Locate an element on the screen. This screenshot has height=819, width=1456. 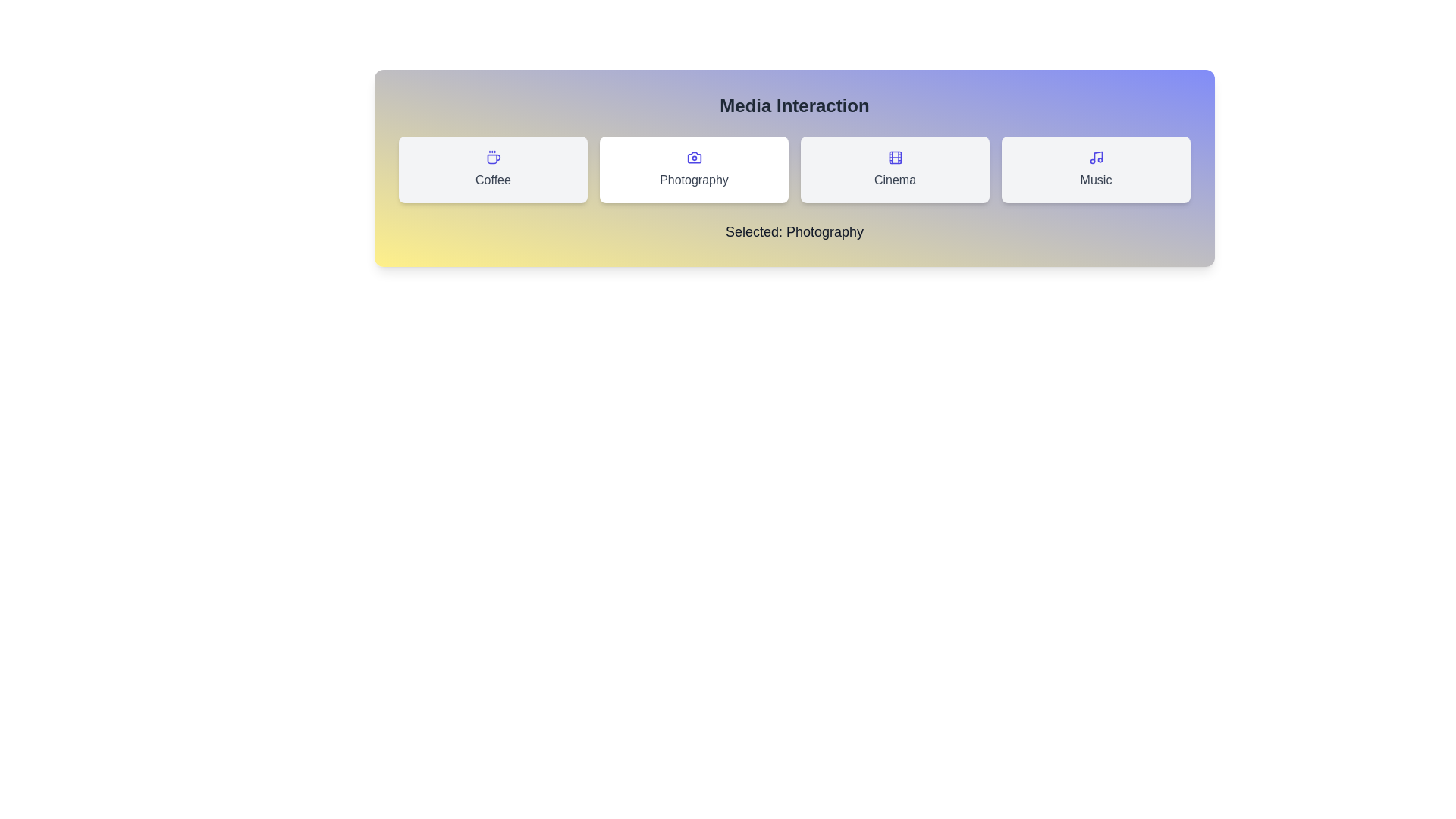
the text label that reads 'Coffee', which is styled with medium font weight and gray color, located under a coffee cup icon within a card is located at coordinates (493, 180).